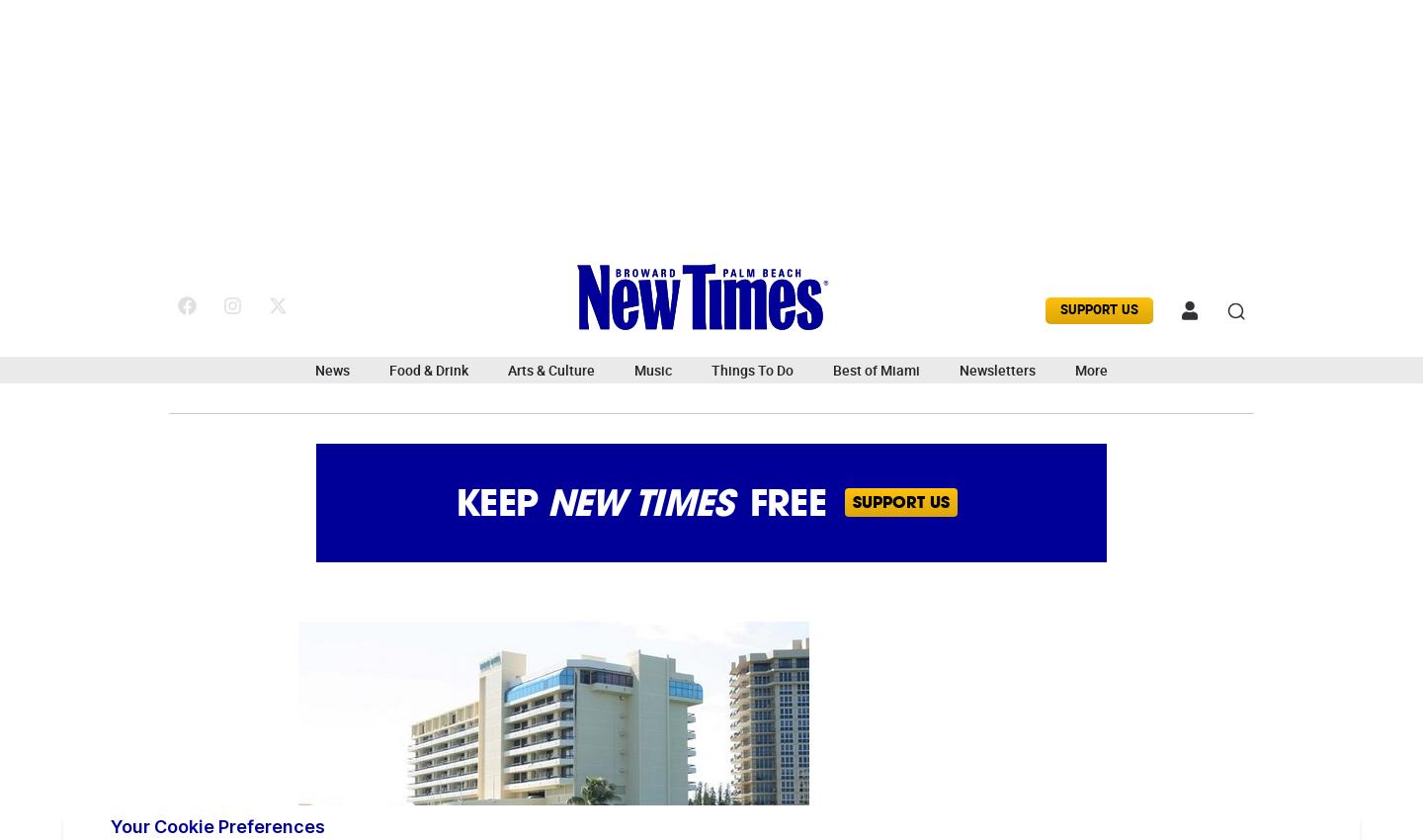  What do you see at coordinates (751, 370) in the screenshot?
I see `'Things To Do'` at bounding box center [751, 370].